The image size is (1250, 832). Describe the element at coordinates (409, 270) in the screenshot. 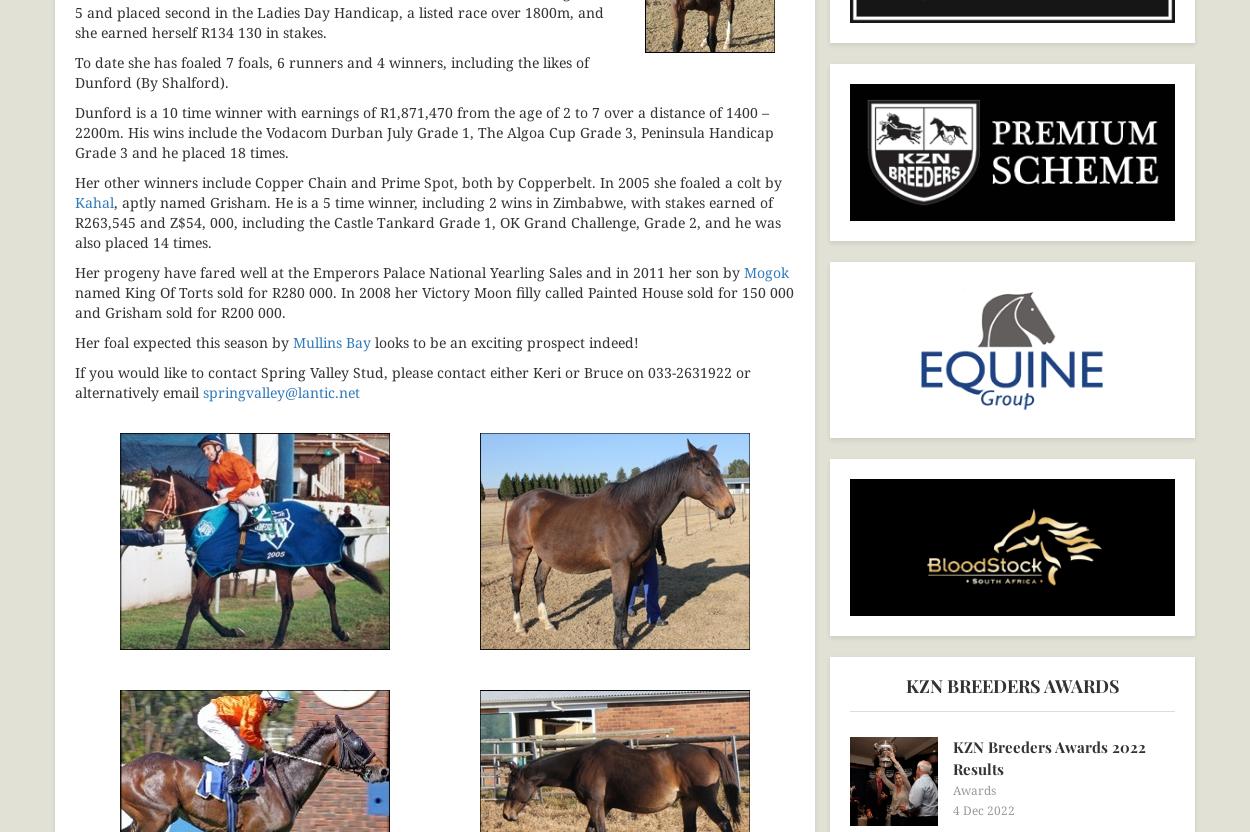

I see `'Her progeny have fared well at the Emperors Palace National Yearling Sales and in 2011 her son by'` at that location.